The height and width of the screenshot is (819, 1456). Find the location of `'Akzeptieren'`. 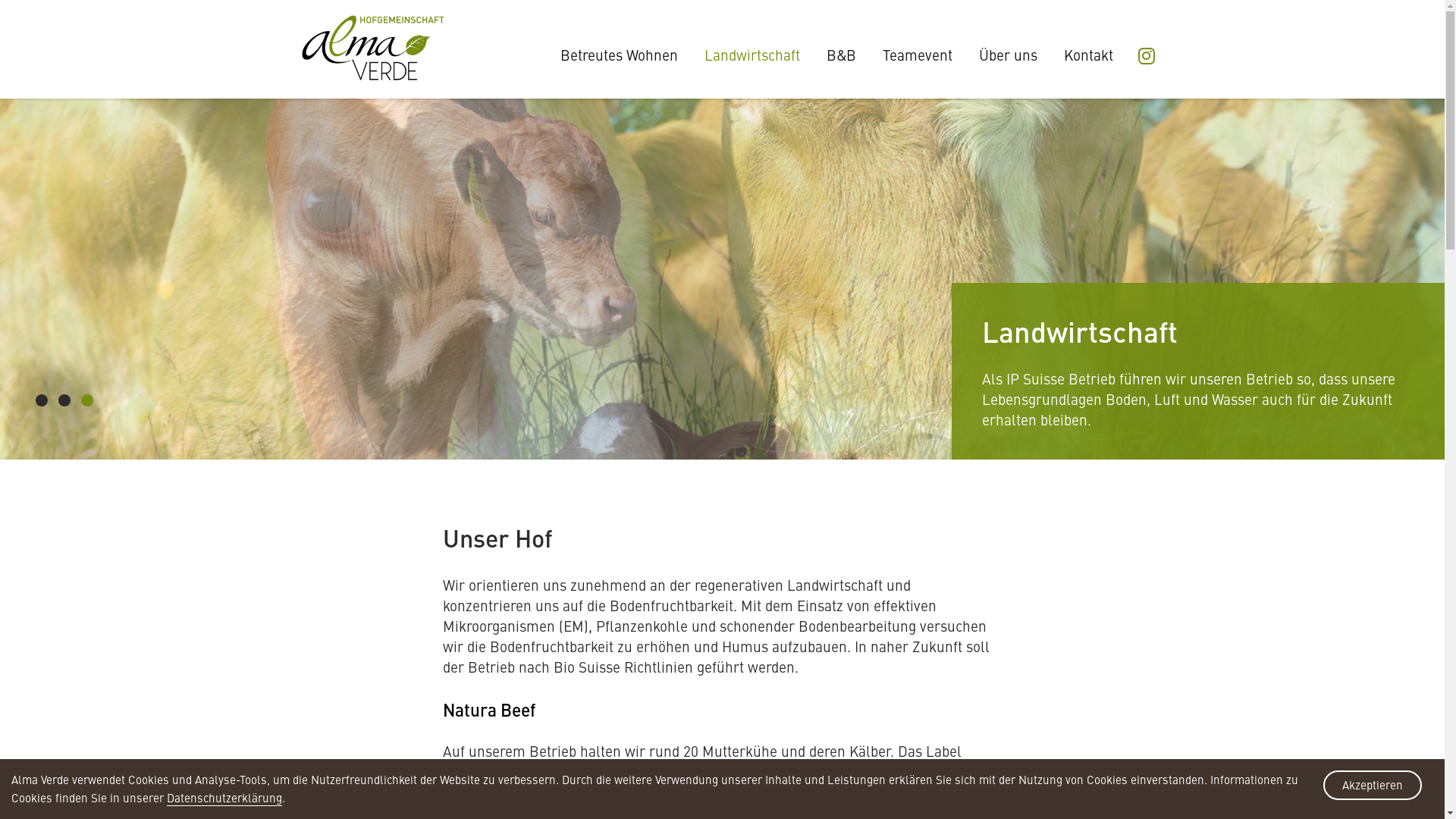

'Akzeptieren' is located at coordinates (1372, 785).